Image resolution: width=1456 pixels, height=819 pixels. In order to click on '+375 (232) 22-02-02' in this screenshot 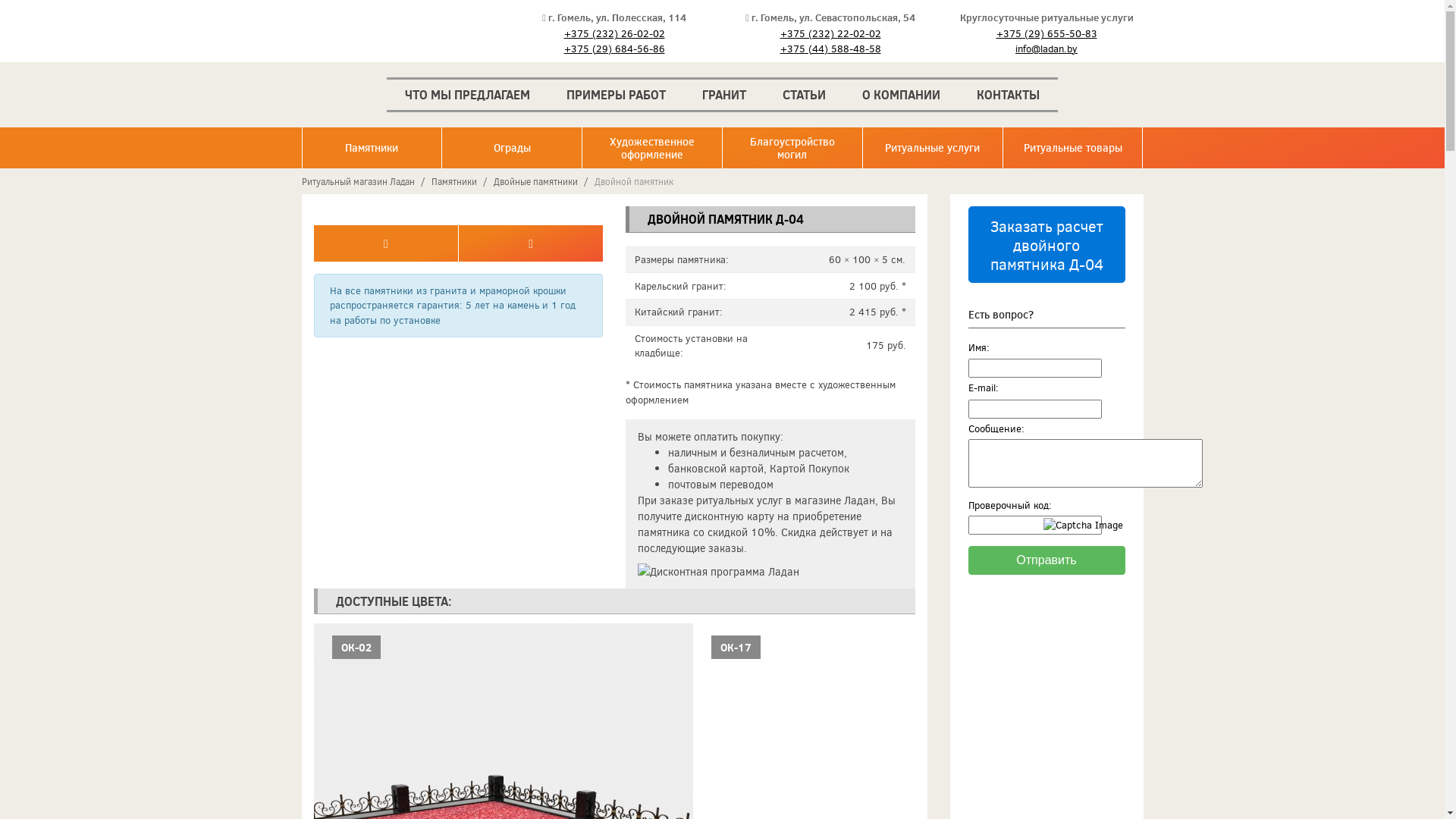, I will do `click(830, 33)`.